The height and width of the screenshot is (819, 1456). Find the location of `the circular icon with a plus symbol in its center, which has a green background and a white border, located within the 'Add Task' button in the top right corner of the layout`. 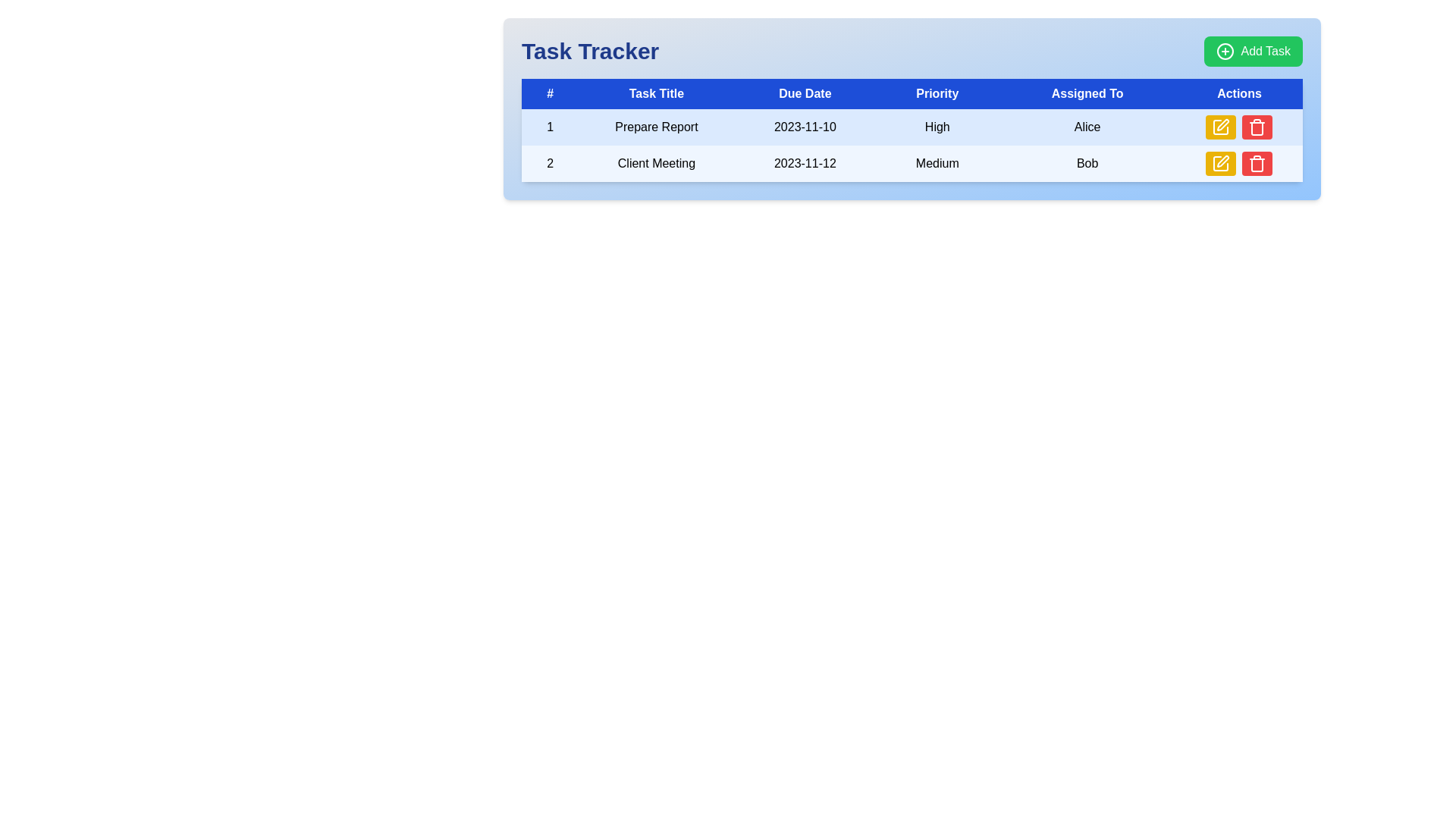

the circular icon with a plus symbol in its center, which has a green background and a white border, located within the 'Add Task' button in the top right corner of the layout is located at coordinates (1225, 51).